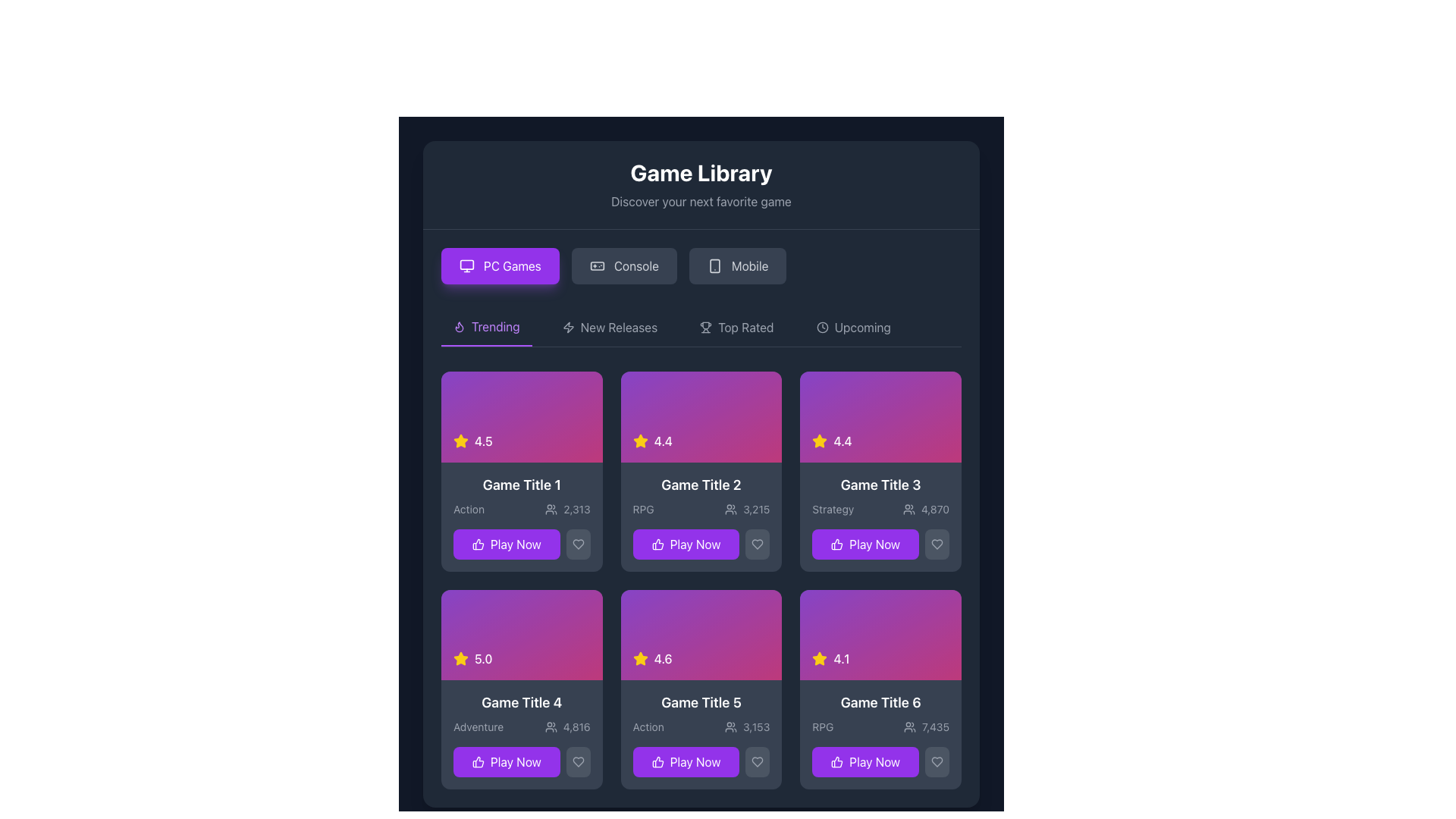 Image resolution: width=1456 pixels, height=819 pixels. I want to click on the 'Upcoming' section icon located in the horizontal navigation bar, positioned to the left of the text 'Upcoming' for informational purposes, so click(821, 327).